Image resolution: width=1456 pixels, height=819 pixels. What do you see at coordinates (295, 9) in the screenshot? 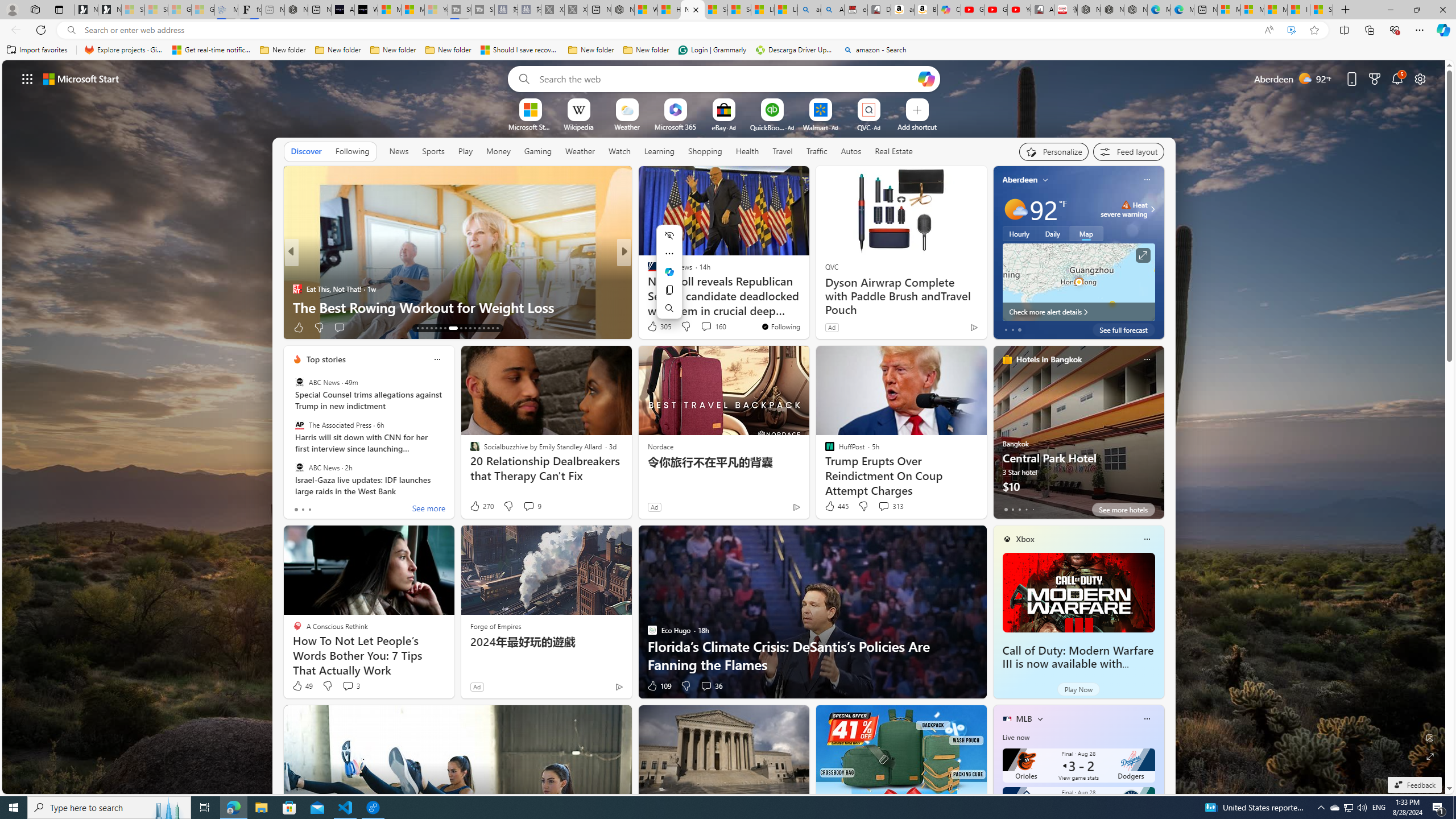
I see `'Nordace - #1 Japanese Best-Seller - Siena Smart Backpack'` at bounding box center [295, 9].